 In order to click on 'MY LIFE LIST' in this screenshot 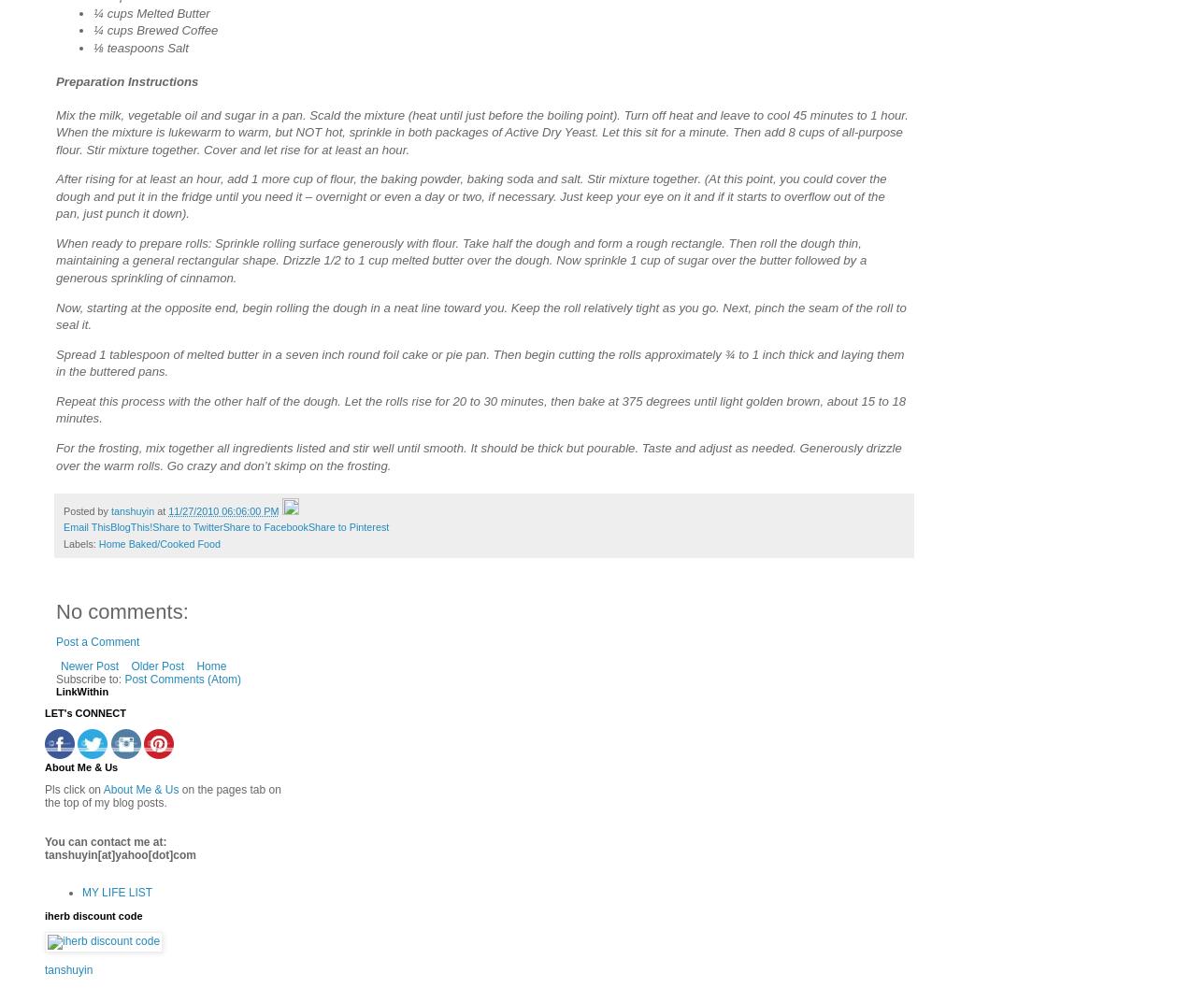, I will do `click(117, 892)`.